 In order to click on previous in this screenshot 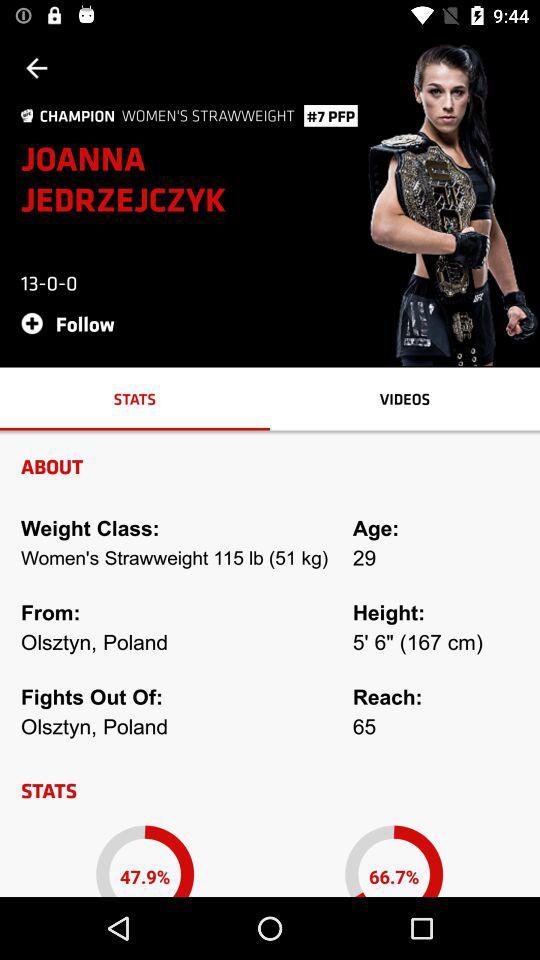, I will do `click(36, 68)`.